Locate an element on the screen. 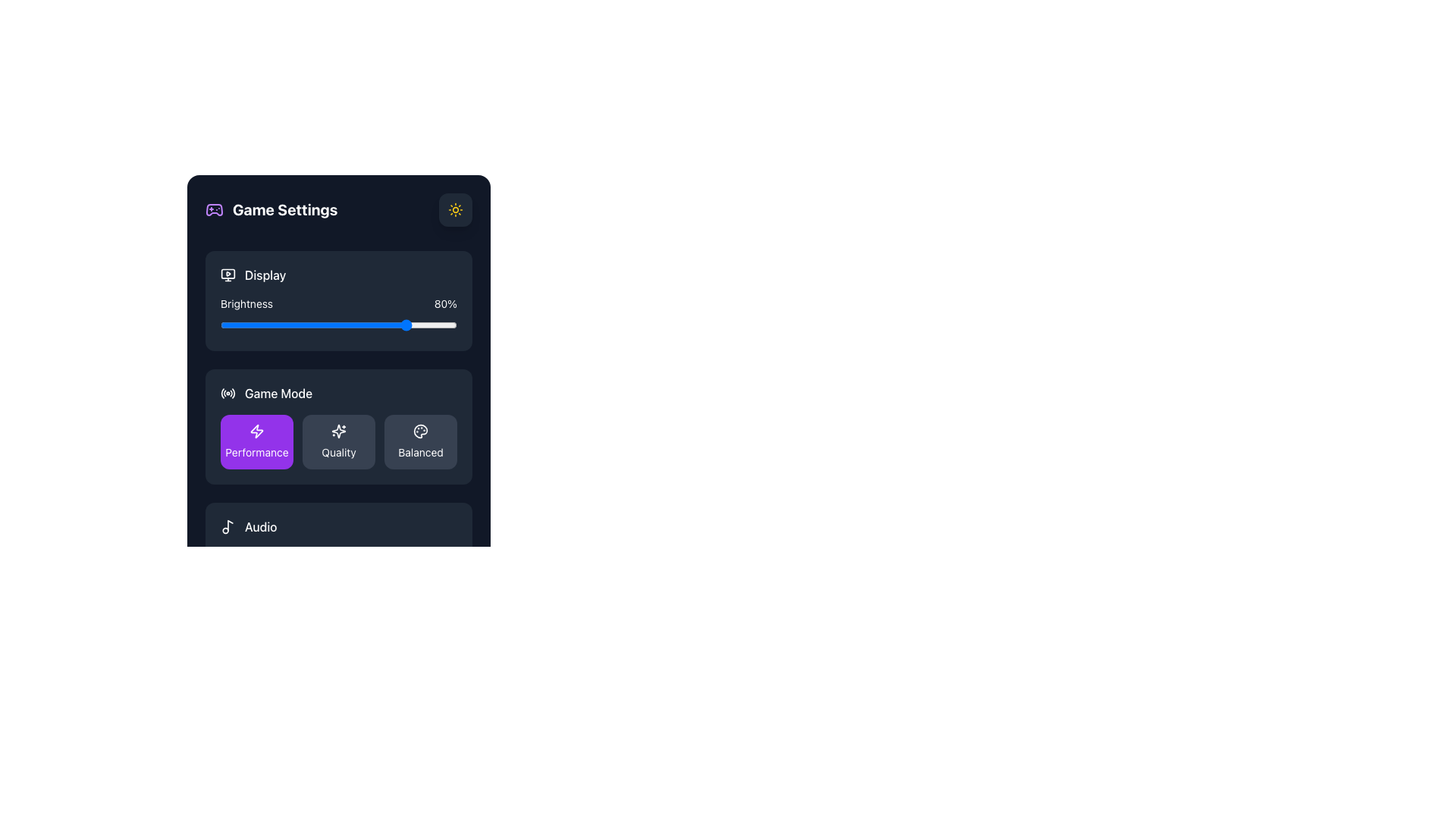 The height and width of the screenshot is (819, 1456). brightness level is located at coordinates (442, 324).